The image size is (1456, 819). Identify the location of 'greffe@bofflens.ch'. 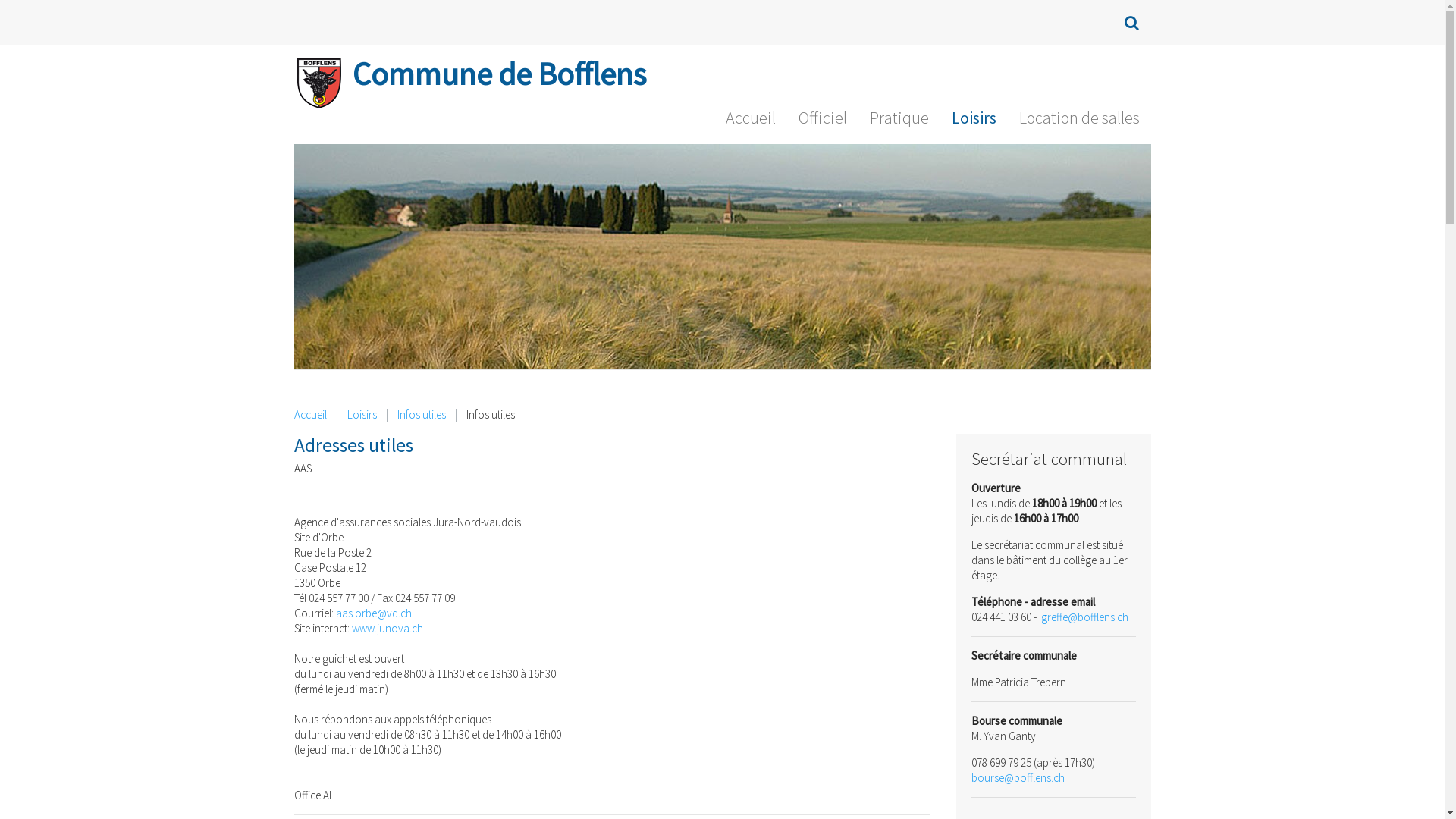
(1084, 617).